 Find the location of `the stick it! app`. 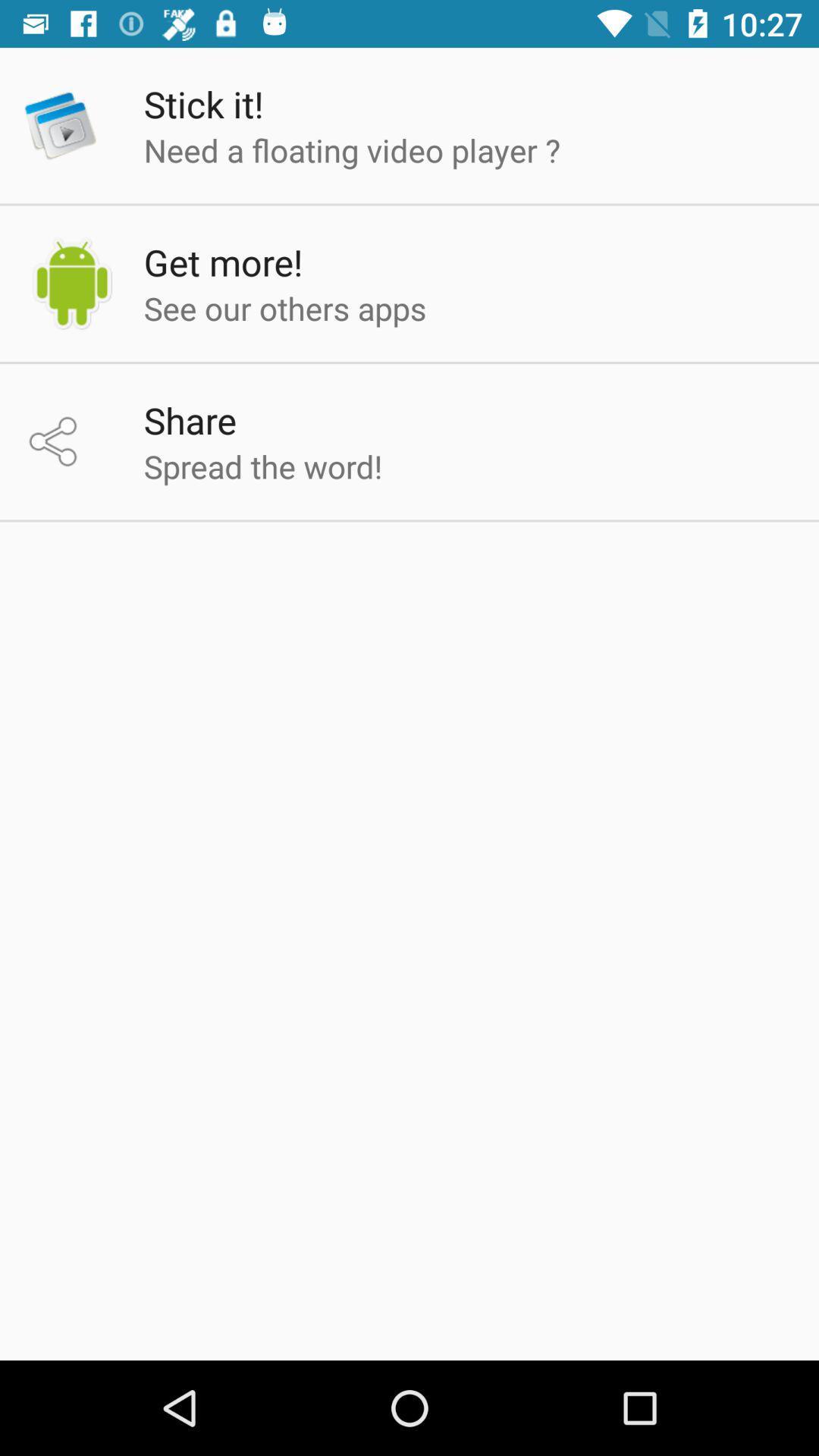

the stick it! app is located at coordinates (202, 103).